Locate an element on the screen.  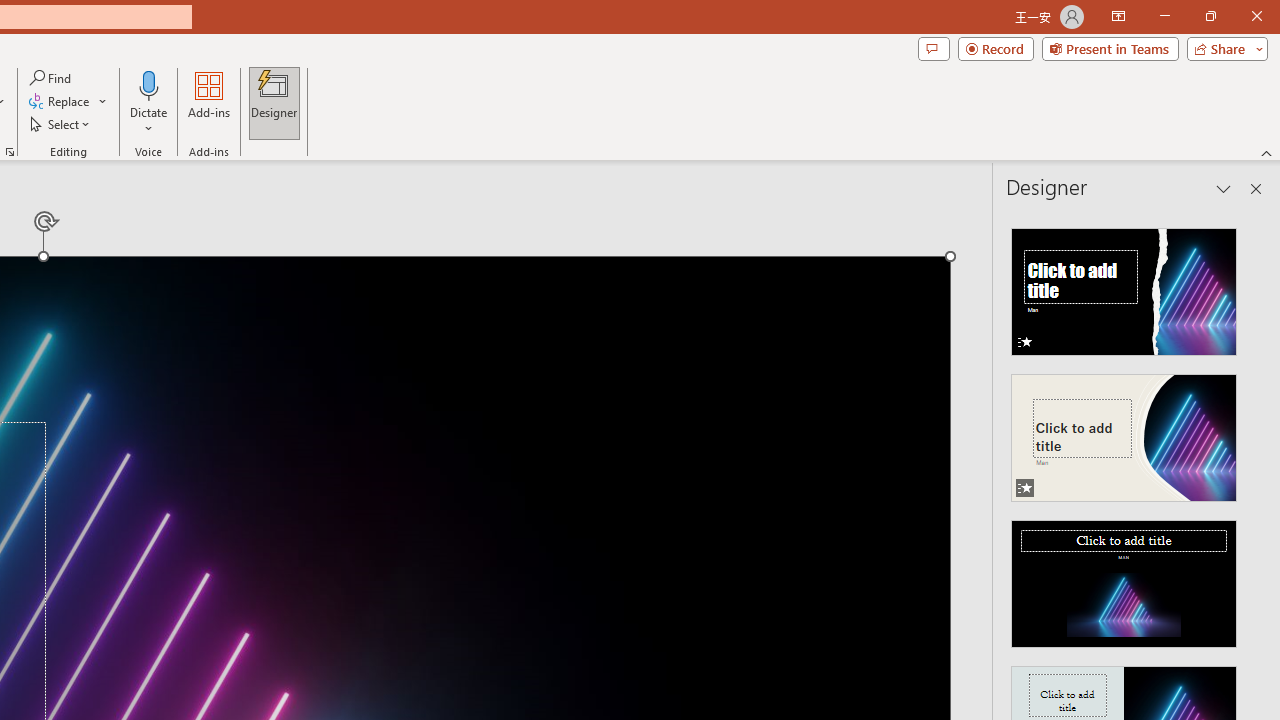
'Design Idea' is located at coordinates (1124, 577).